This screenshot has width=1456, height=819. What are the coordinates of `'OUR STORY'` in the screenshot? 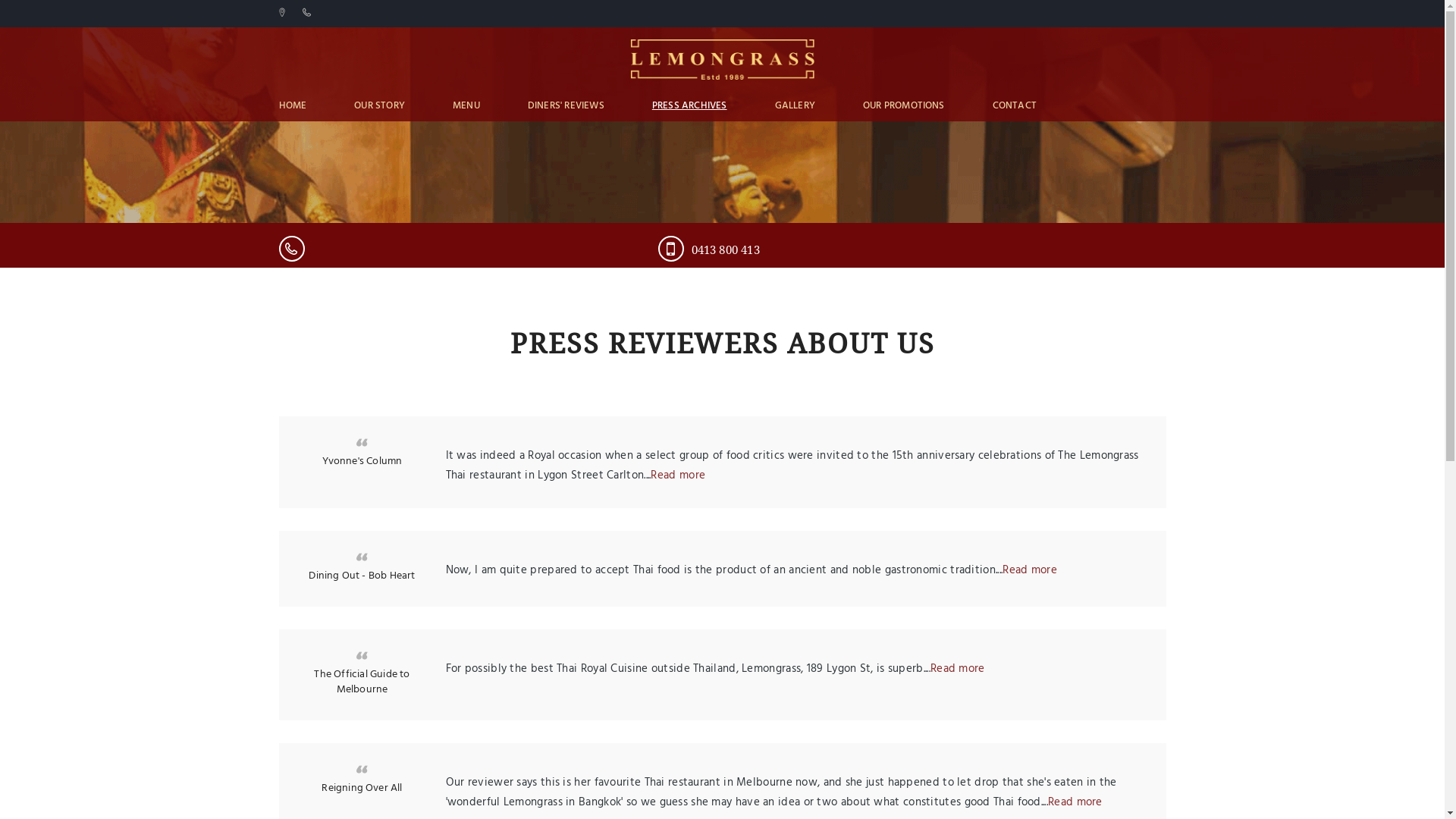 It's located at (379, 105).